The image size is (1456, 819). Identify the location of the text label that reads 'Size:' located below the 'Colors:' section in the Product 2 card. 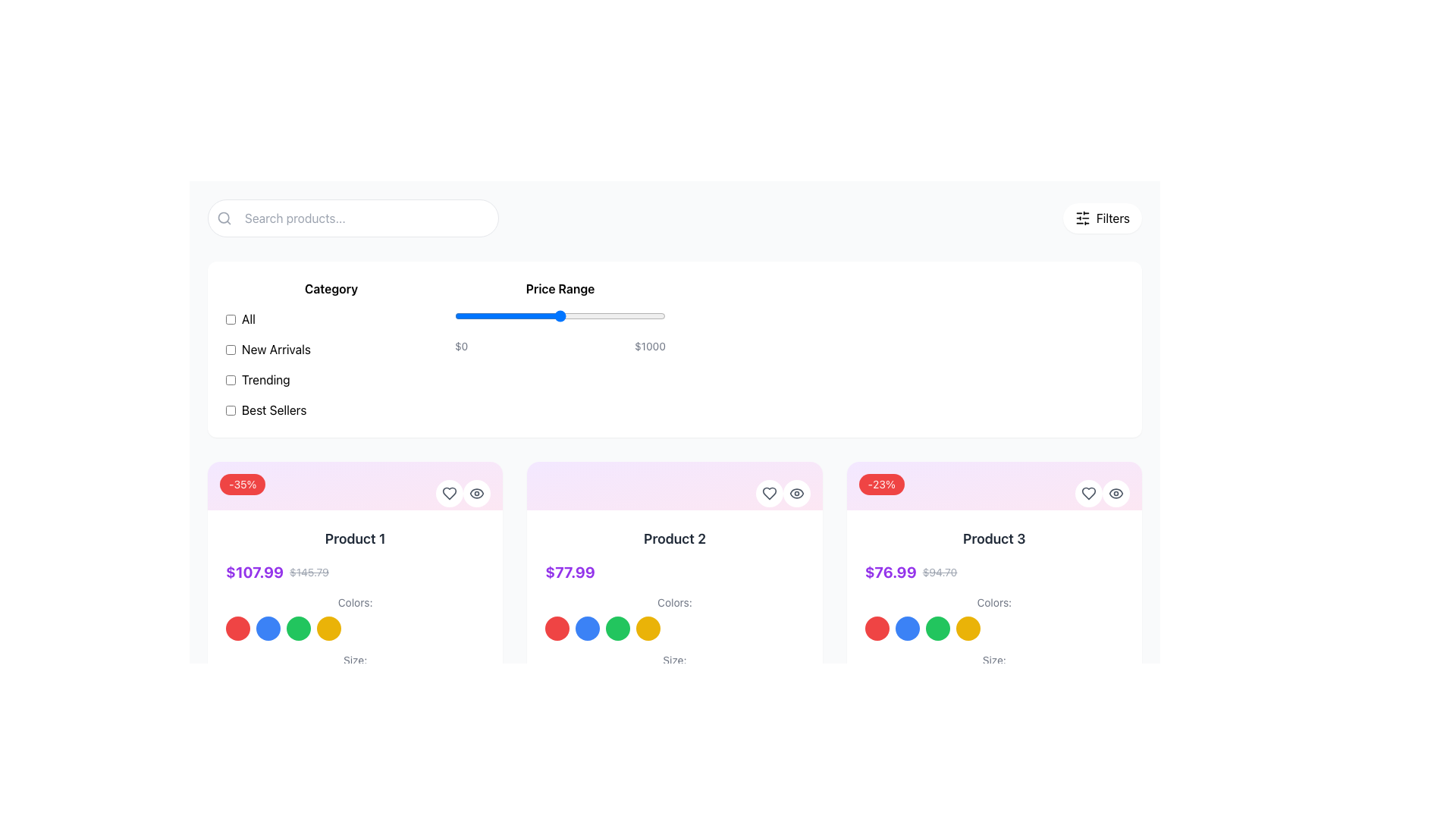
(673, 660).